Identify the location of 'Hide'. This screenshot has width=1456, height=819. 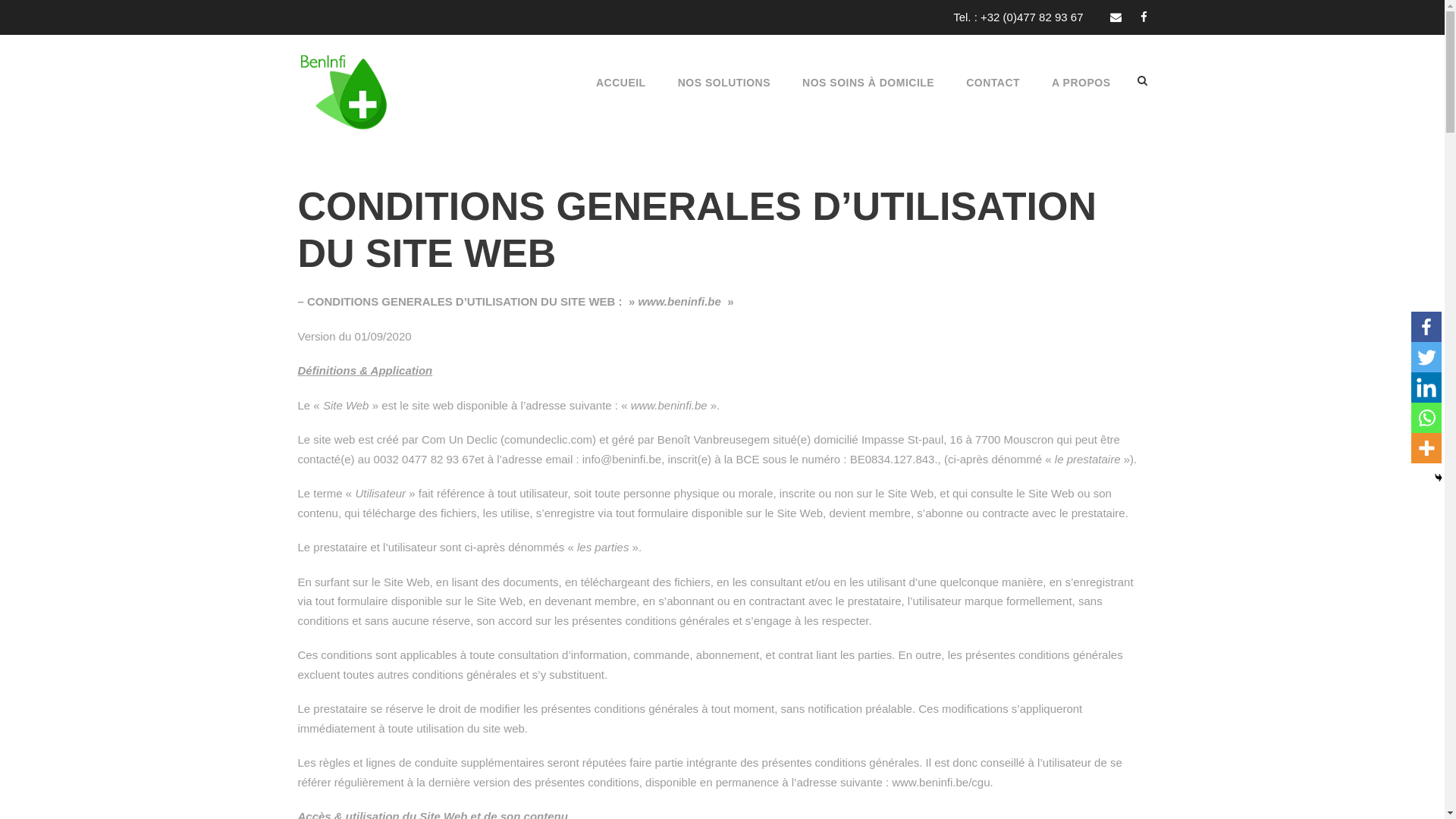
(1437, 476).